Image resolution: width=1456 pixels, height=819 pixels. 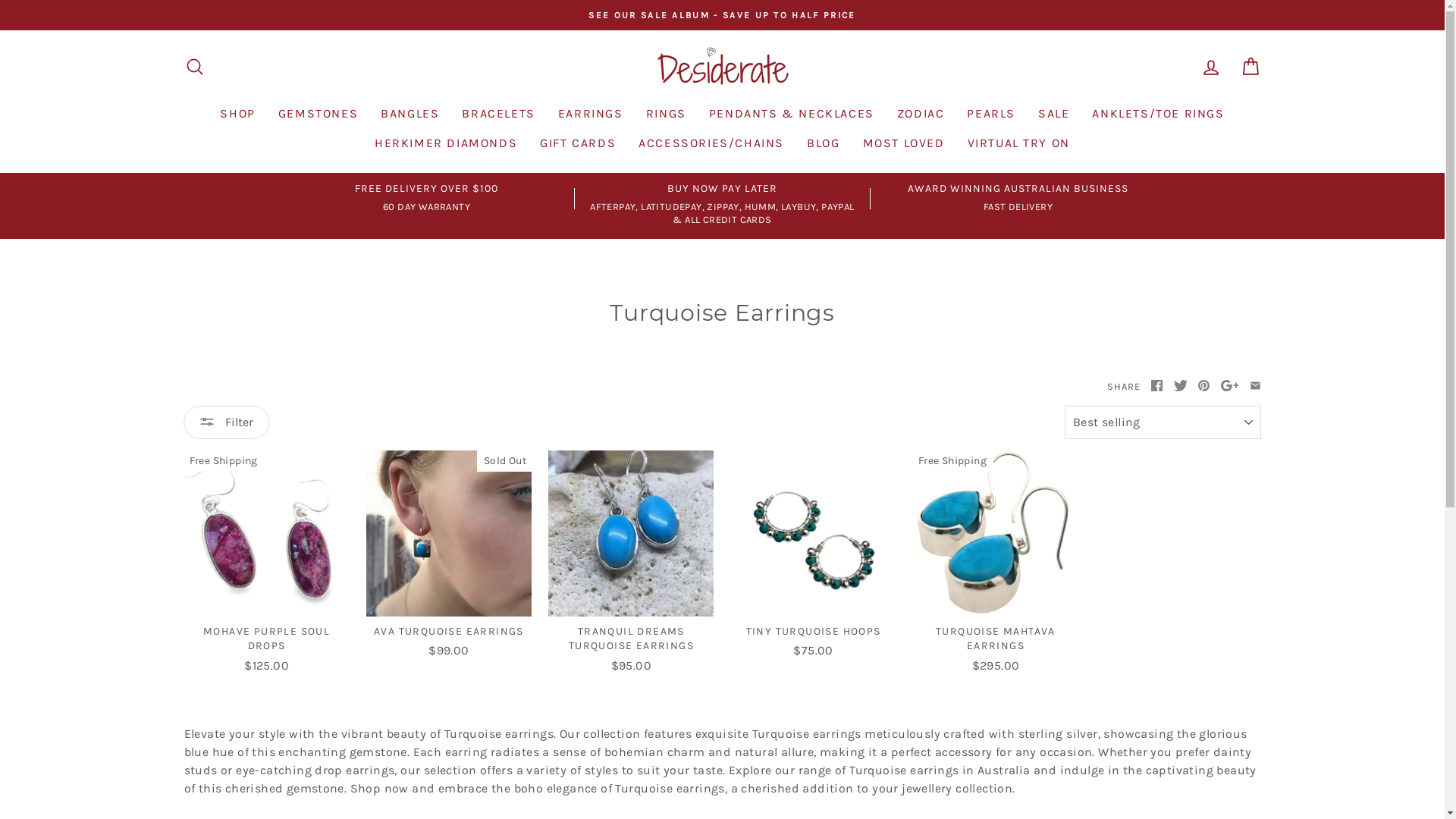 What do you see at coordinates (498, 112) in the screenshot?
I see `'BRACELETS'` at bounding box center [498, 112].